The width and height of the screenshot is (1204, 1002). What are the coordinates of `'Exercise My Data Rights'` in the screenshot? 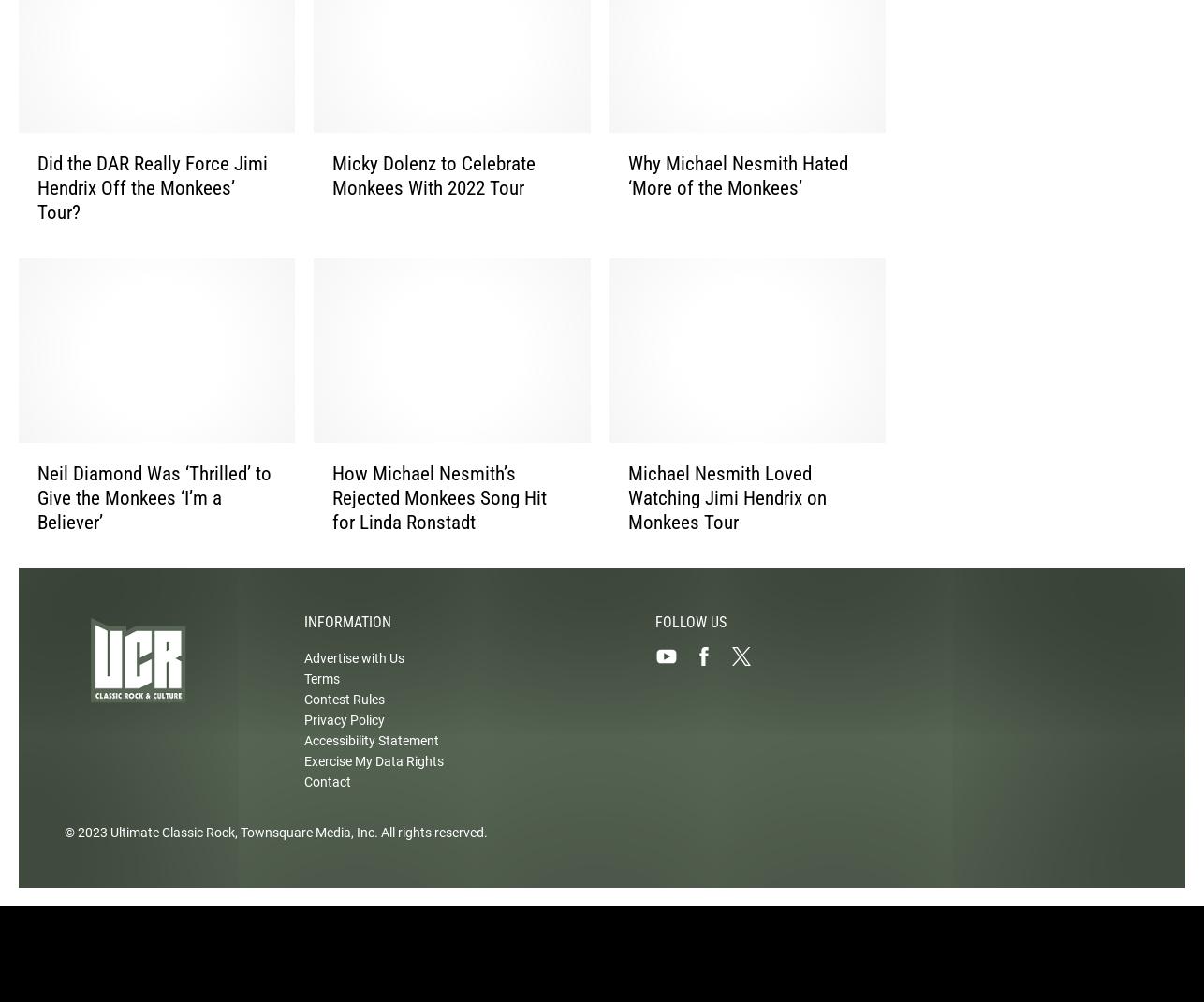 It's located at (373, 776).